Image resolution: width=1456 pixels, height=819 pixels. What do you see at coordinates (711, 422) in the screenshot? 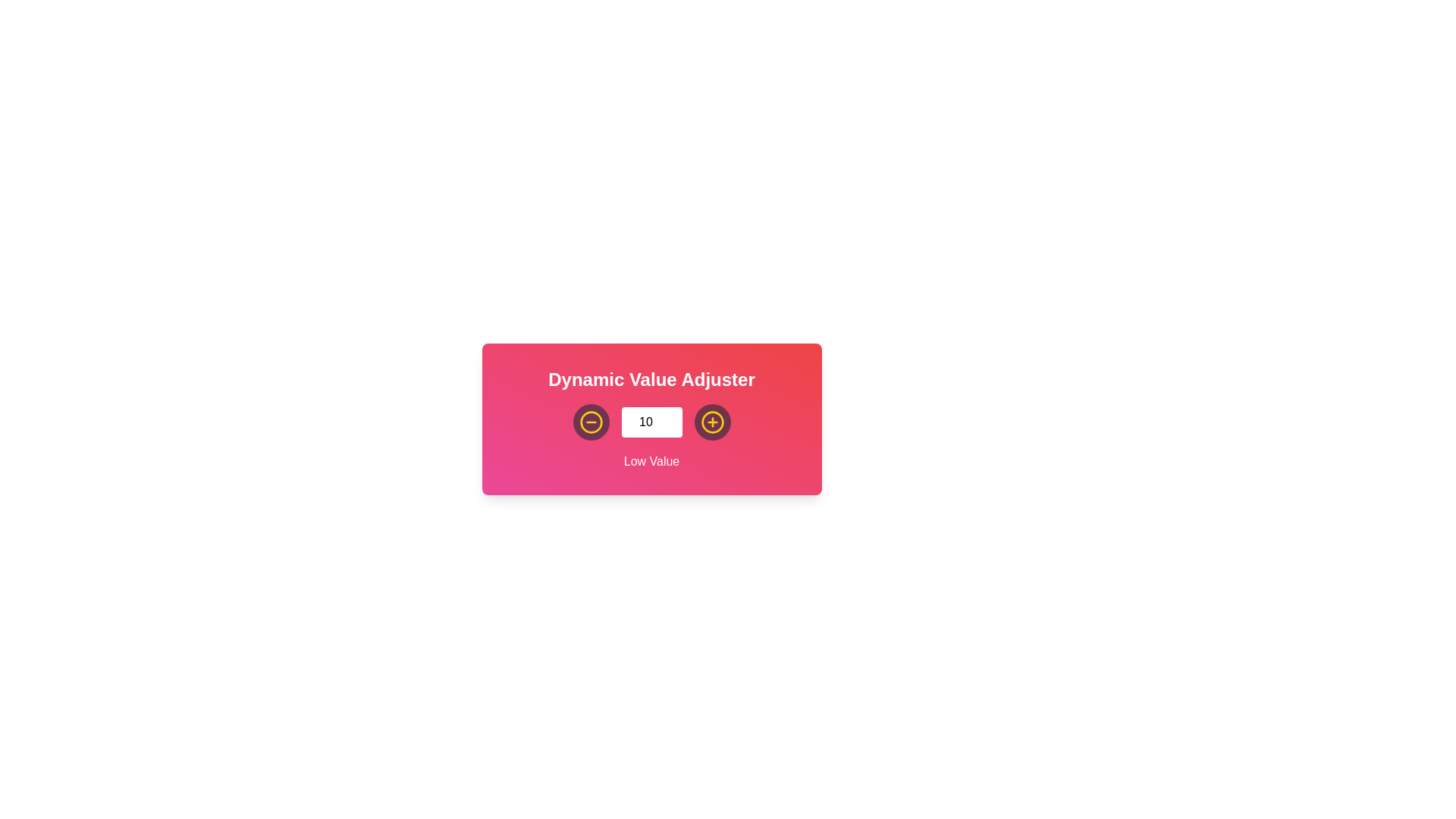
I see `the circular icon with a yellow outline and '+' design, which is part of the button located on the left side of the value adjuster interface` at bounding box center [711, 422].